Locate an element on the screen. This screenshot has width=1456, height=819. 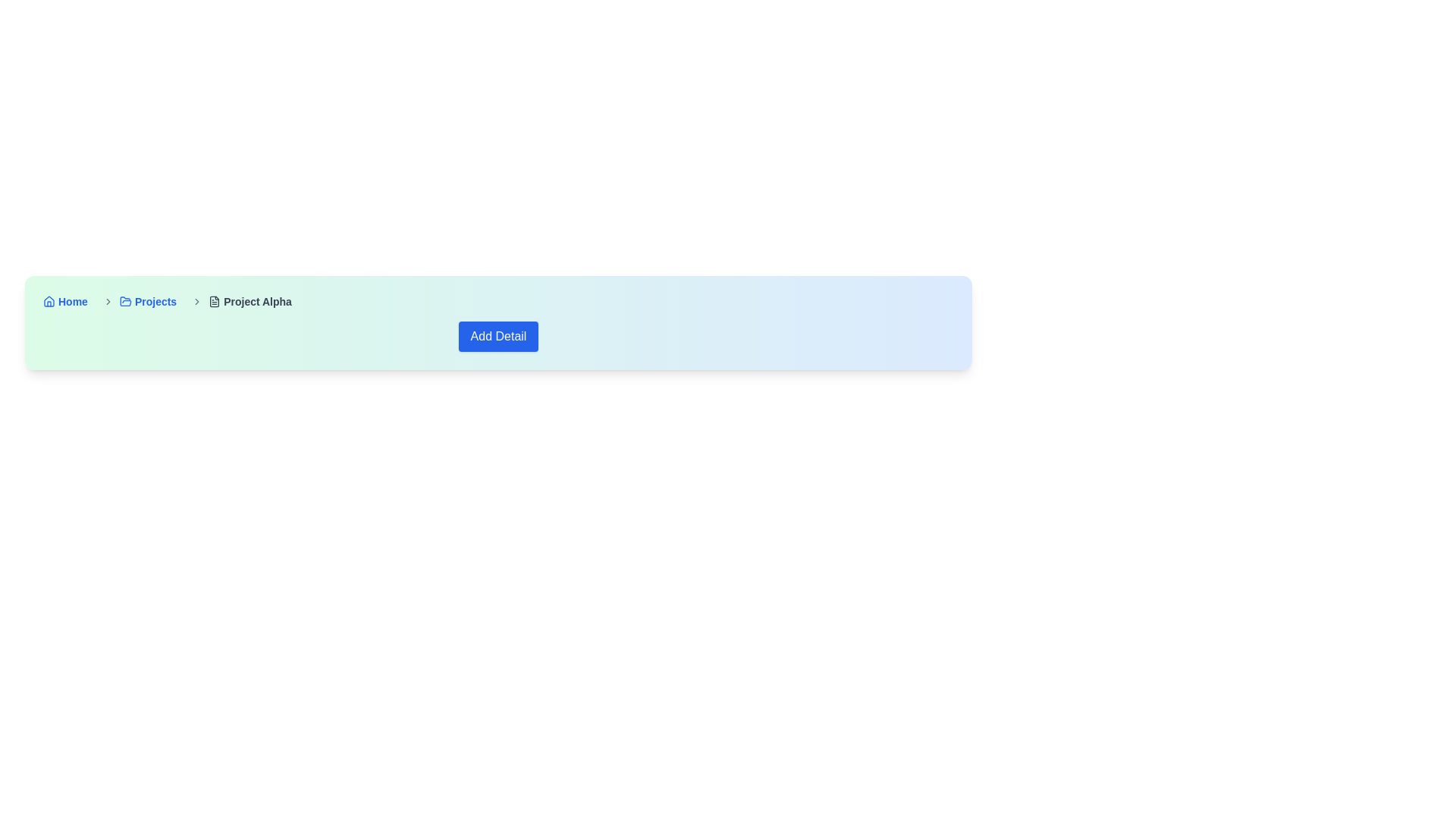
the visual separator icon in the breadcrumb navigation system located between the 'Home' and 'Projects' links is located at coordinates (107, 301).